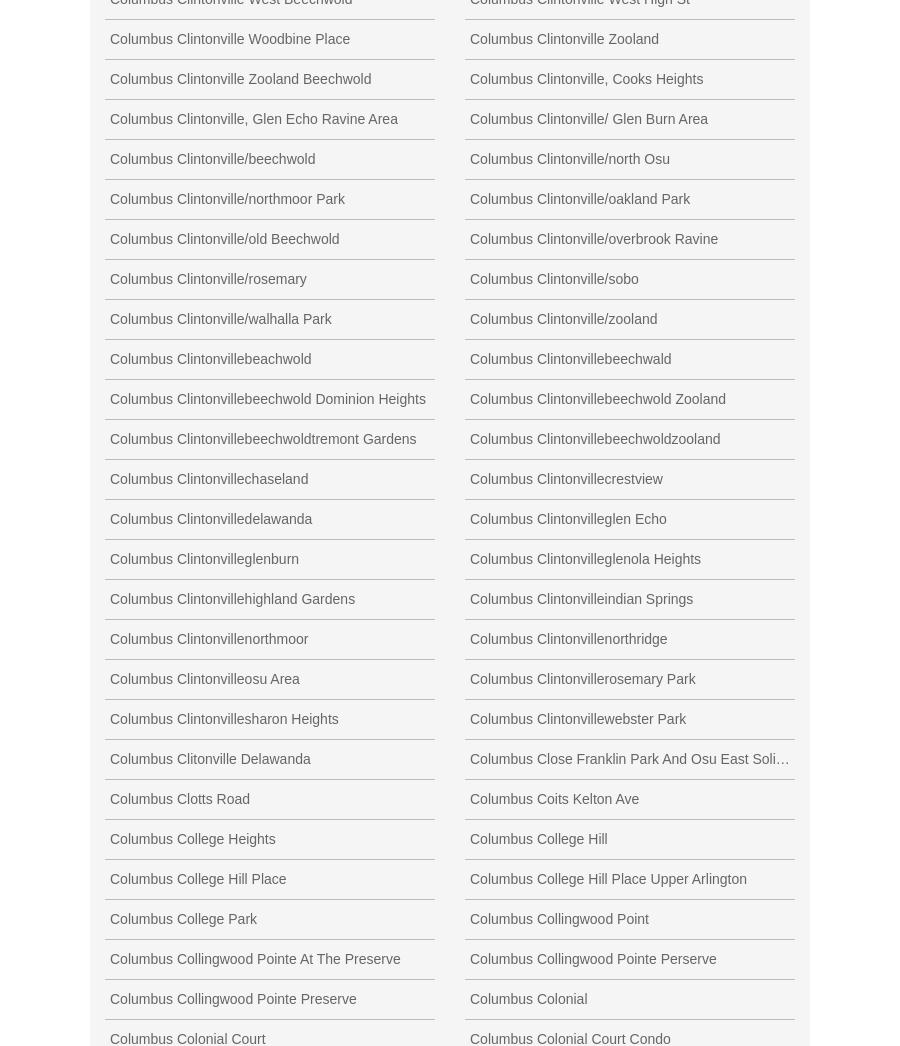  Describe the element at coordinates (570, 357) in the screenshot. I see `'Columbus Clintonvillebeechwald'` at that location.